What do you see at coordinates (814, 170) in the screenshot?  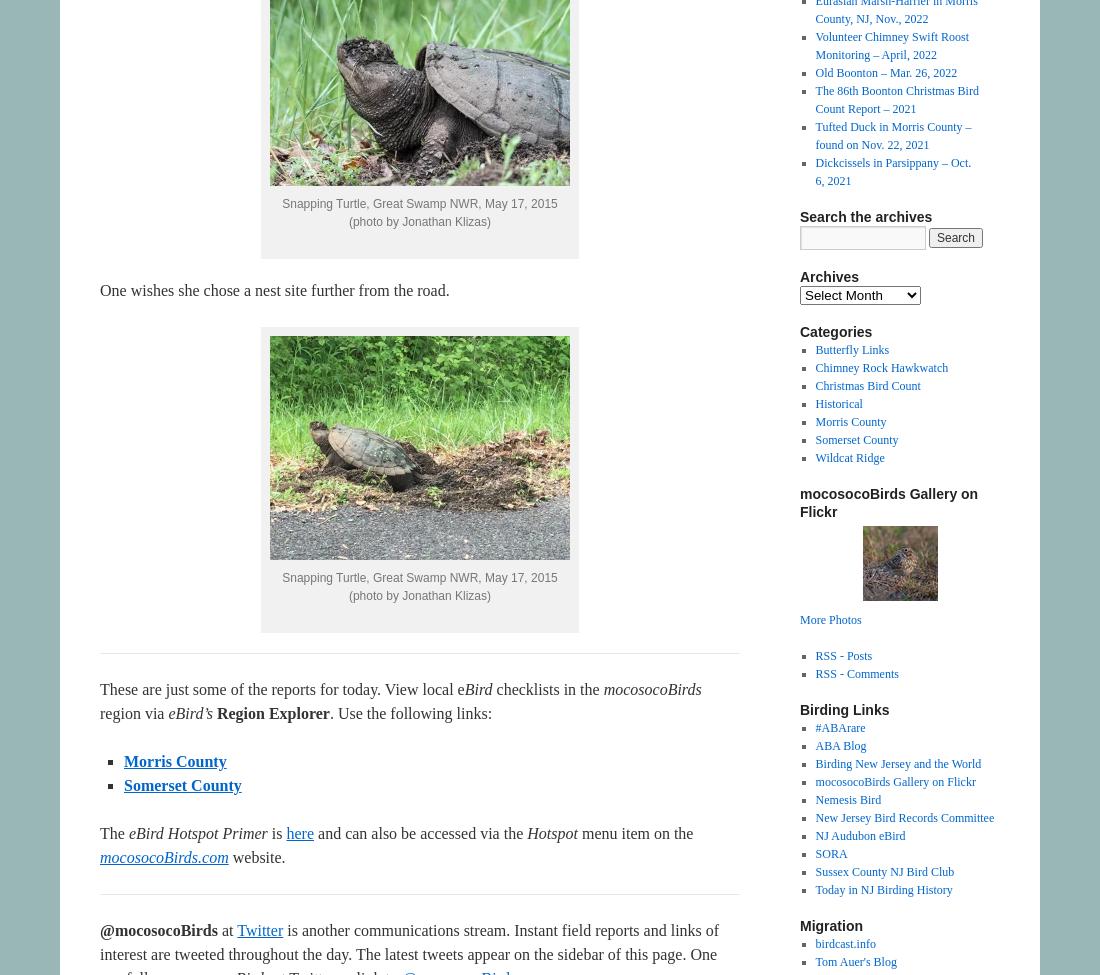 I see `'Dickcissels in Parsippany – Oct. 6, 2021'` at bounding box center [814, 170].